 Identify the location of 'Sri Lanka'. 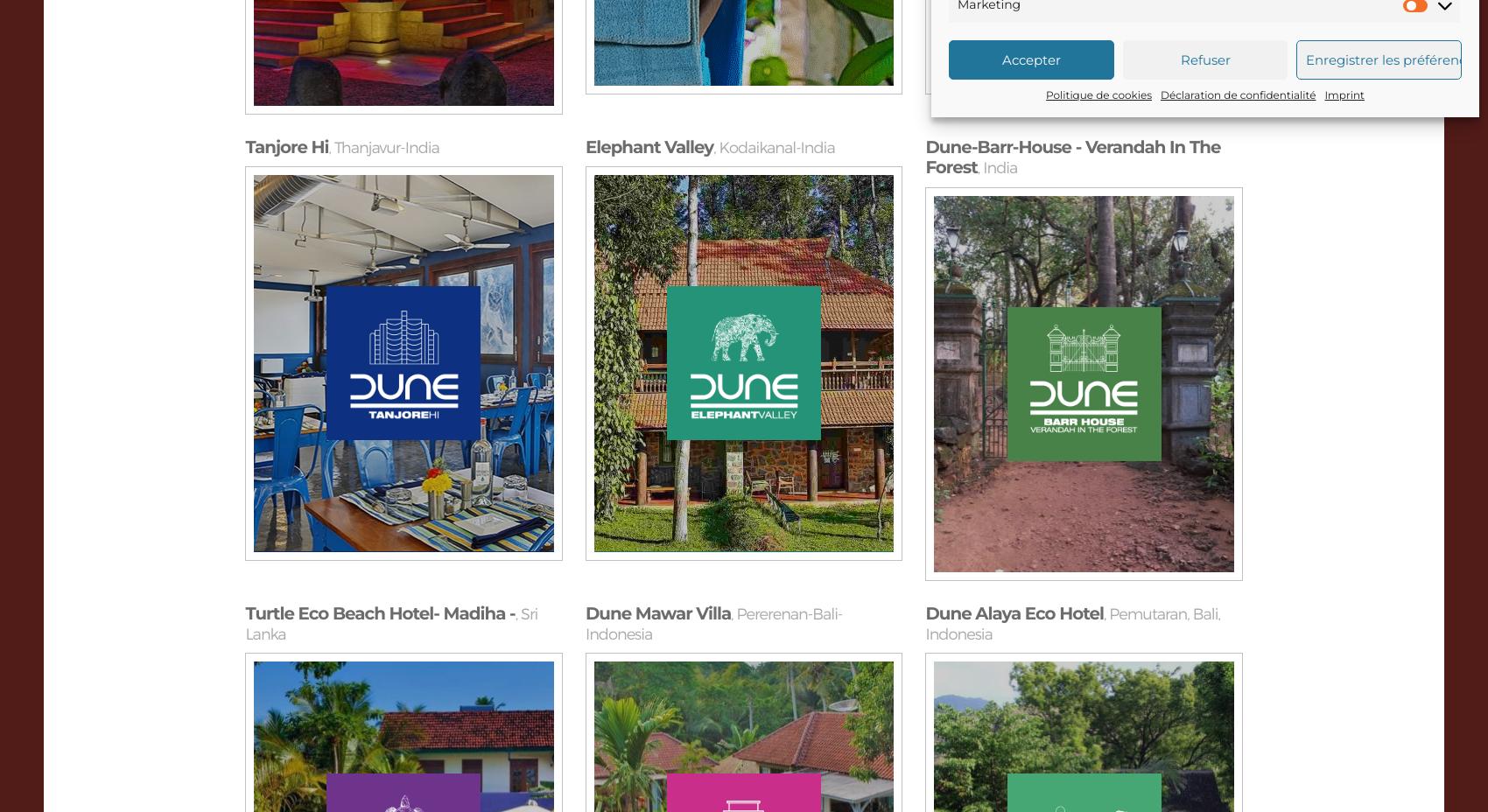
(390, 624).